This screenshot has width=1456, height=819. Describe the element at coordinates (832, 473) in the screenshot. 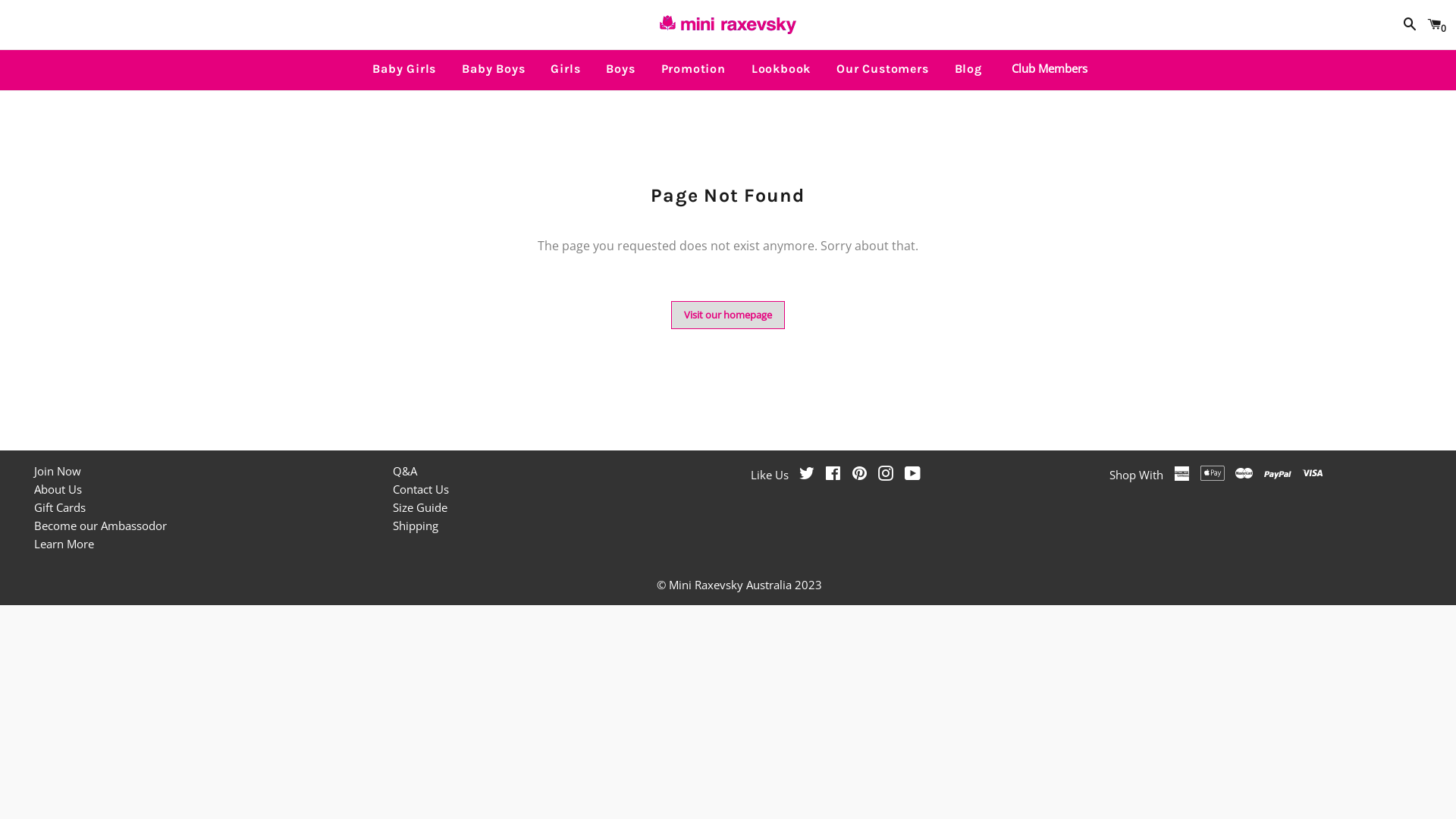

I see `'Facebook'` at that location.